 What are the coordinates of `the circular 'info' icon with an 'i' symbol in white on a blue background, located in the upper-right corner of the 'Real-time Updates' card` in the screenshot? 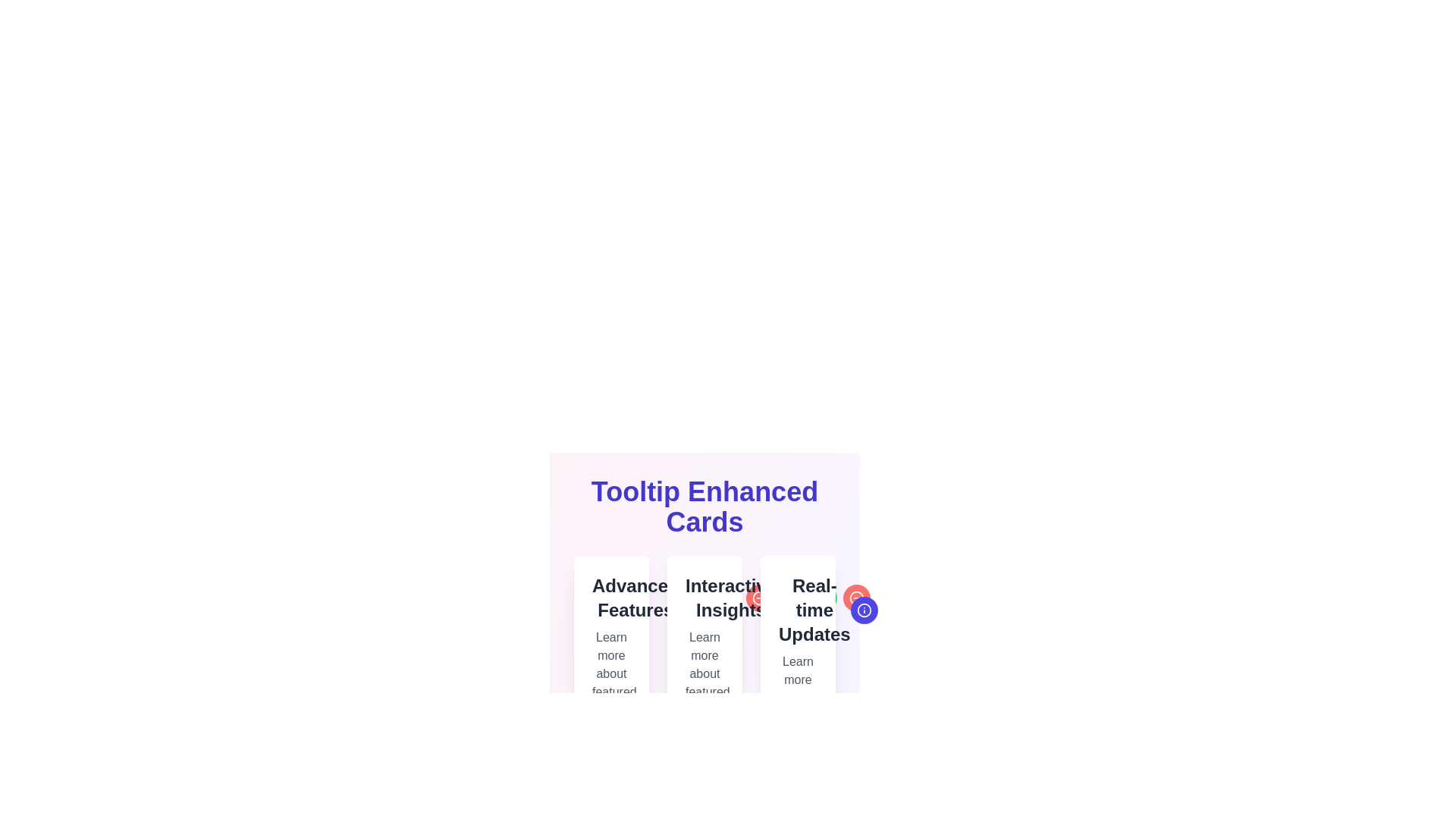 It's located at (864, 610).